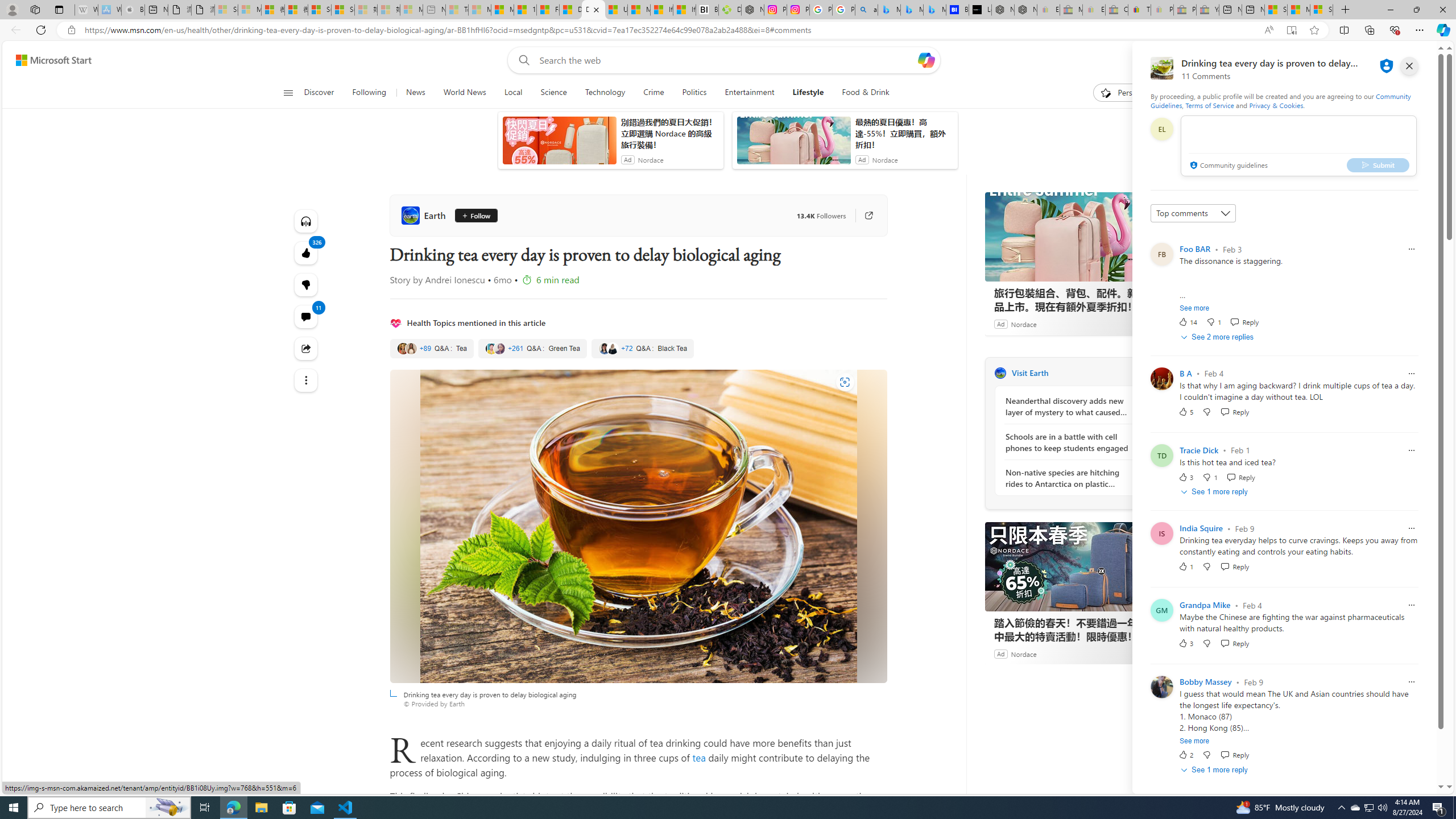  Describe the element at coordinates (1106, 92) in the screenshot. I see `'To get missing image descriptions, open the context menu.'` at that location.